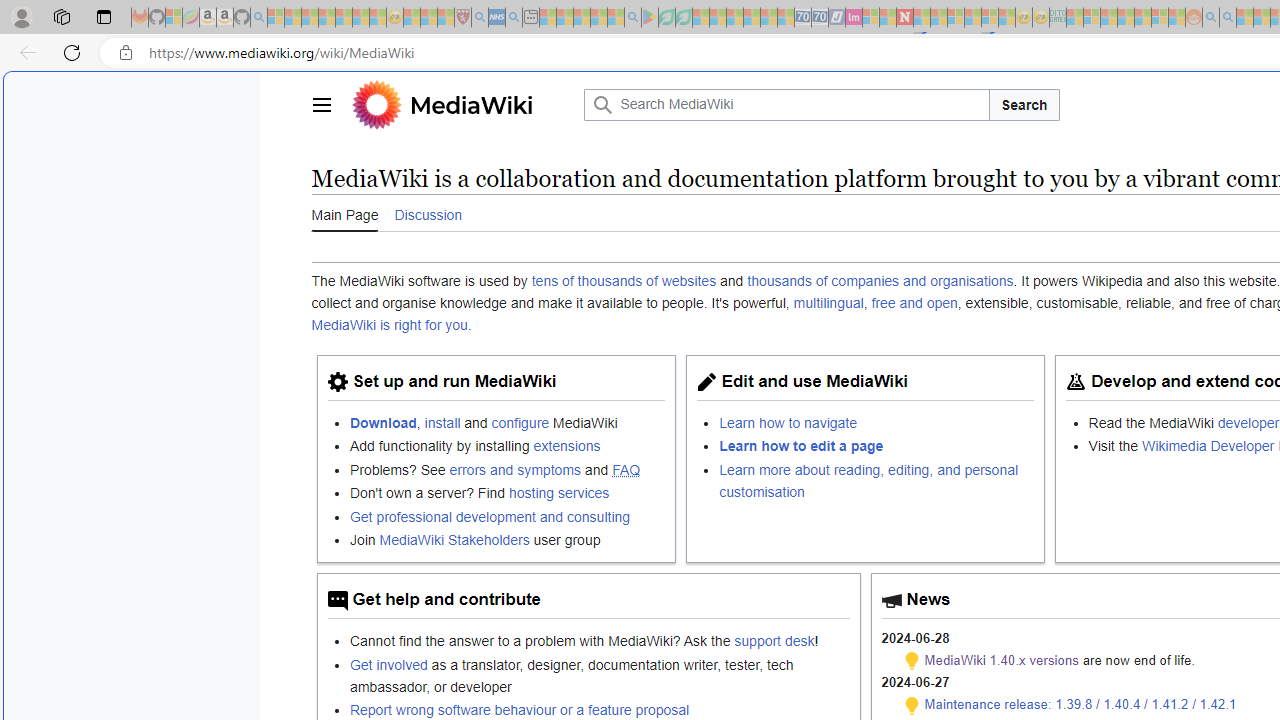 This screenshot has width=1280, height=720. What do you see at coordinates (1001, 660) in the screenshot?
I see `'MediaWiki 1.40.x versions'` at bounding box center [1001, 660].